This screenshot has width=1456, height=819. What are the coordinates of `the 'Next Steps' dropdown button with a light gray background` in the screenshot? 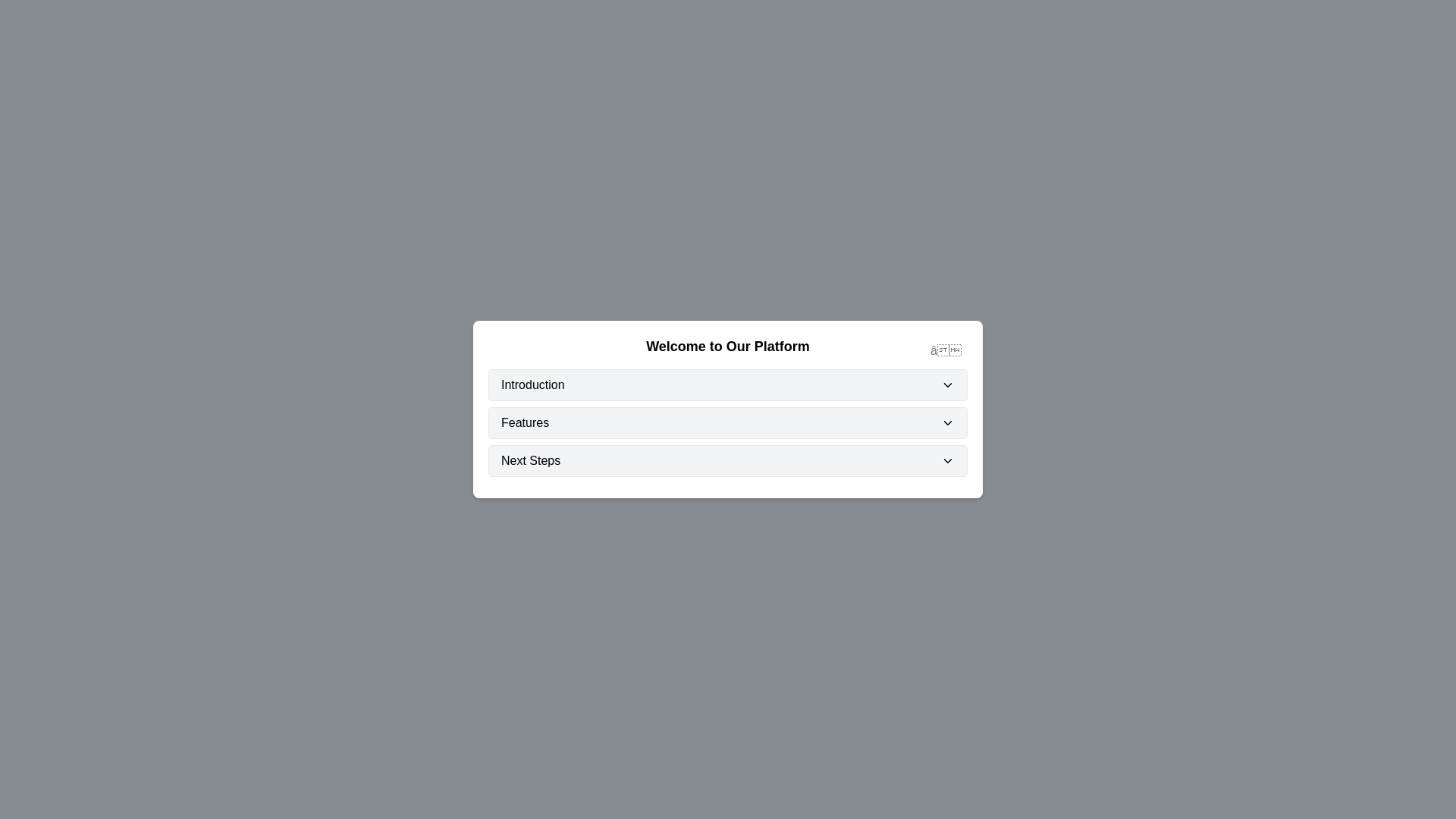 It's located at (728, 460).